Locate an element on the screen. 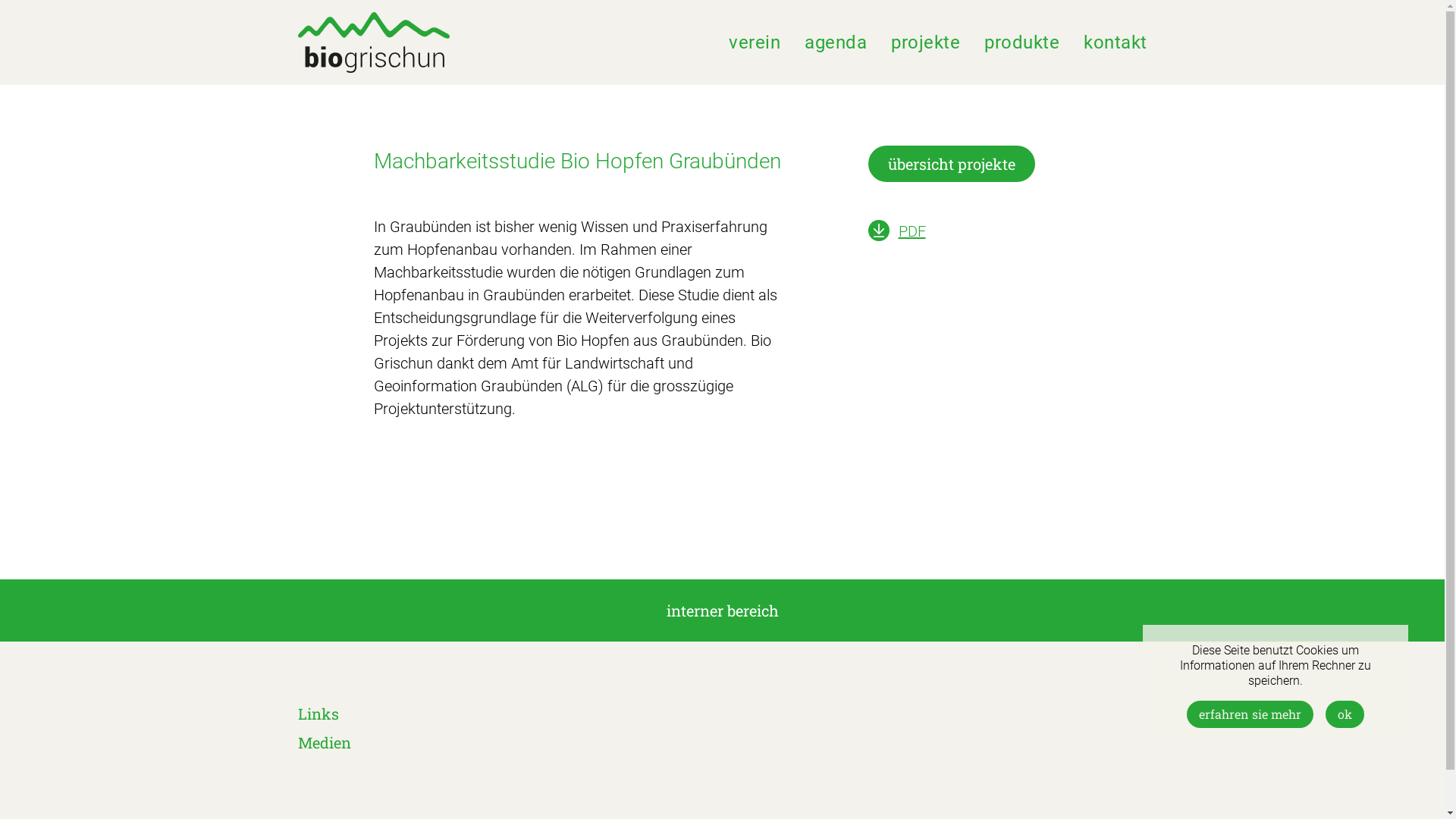 This screenshot has height=819, width=1456. 'erfahren sie mehr' is located at coordinates (1185, 714).